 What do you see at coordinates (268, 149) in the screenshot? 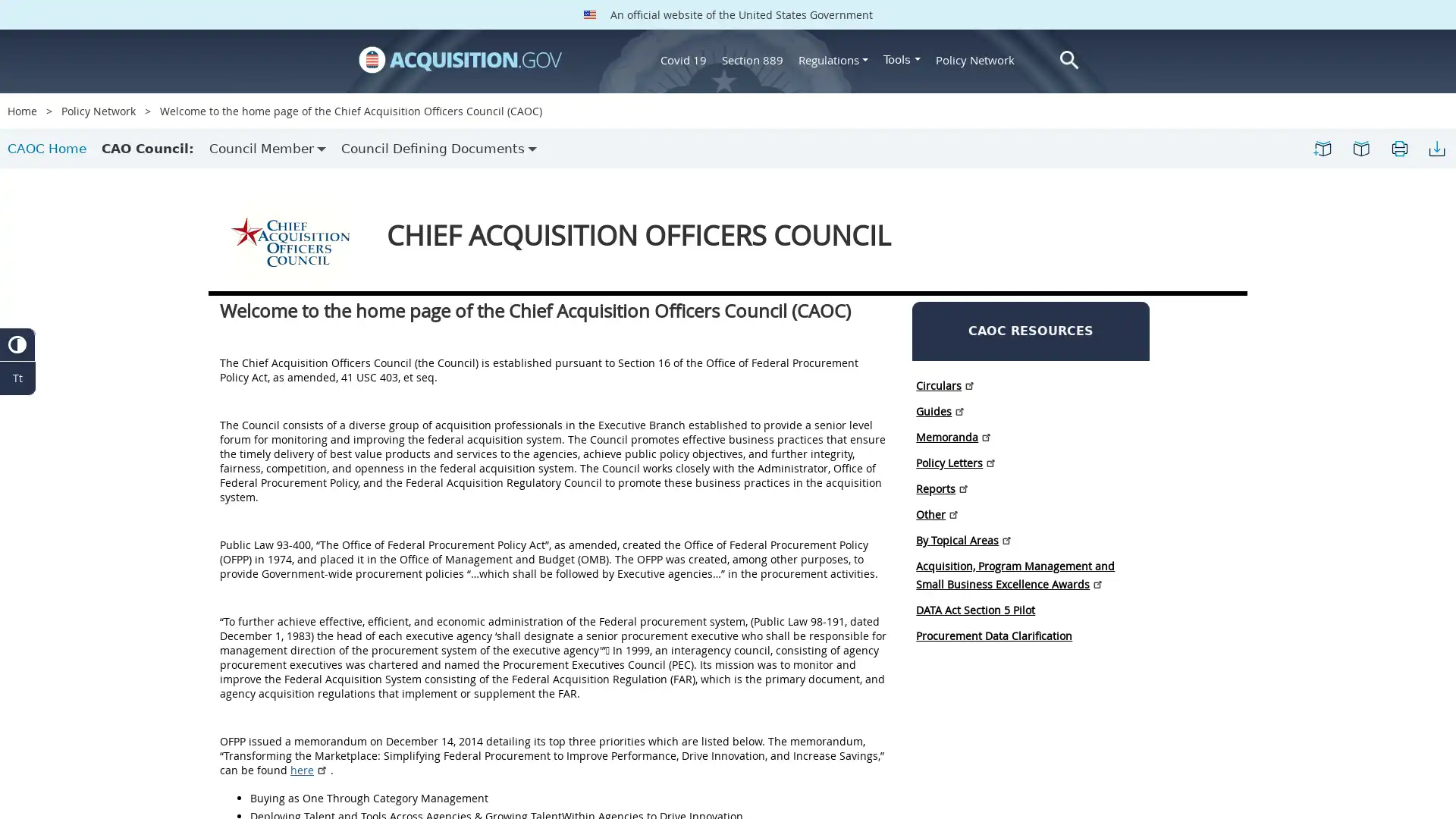
I see `Council Member cao_menu` at bounding box center [268, 149].